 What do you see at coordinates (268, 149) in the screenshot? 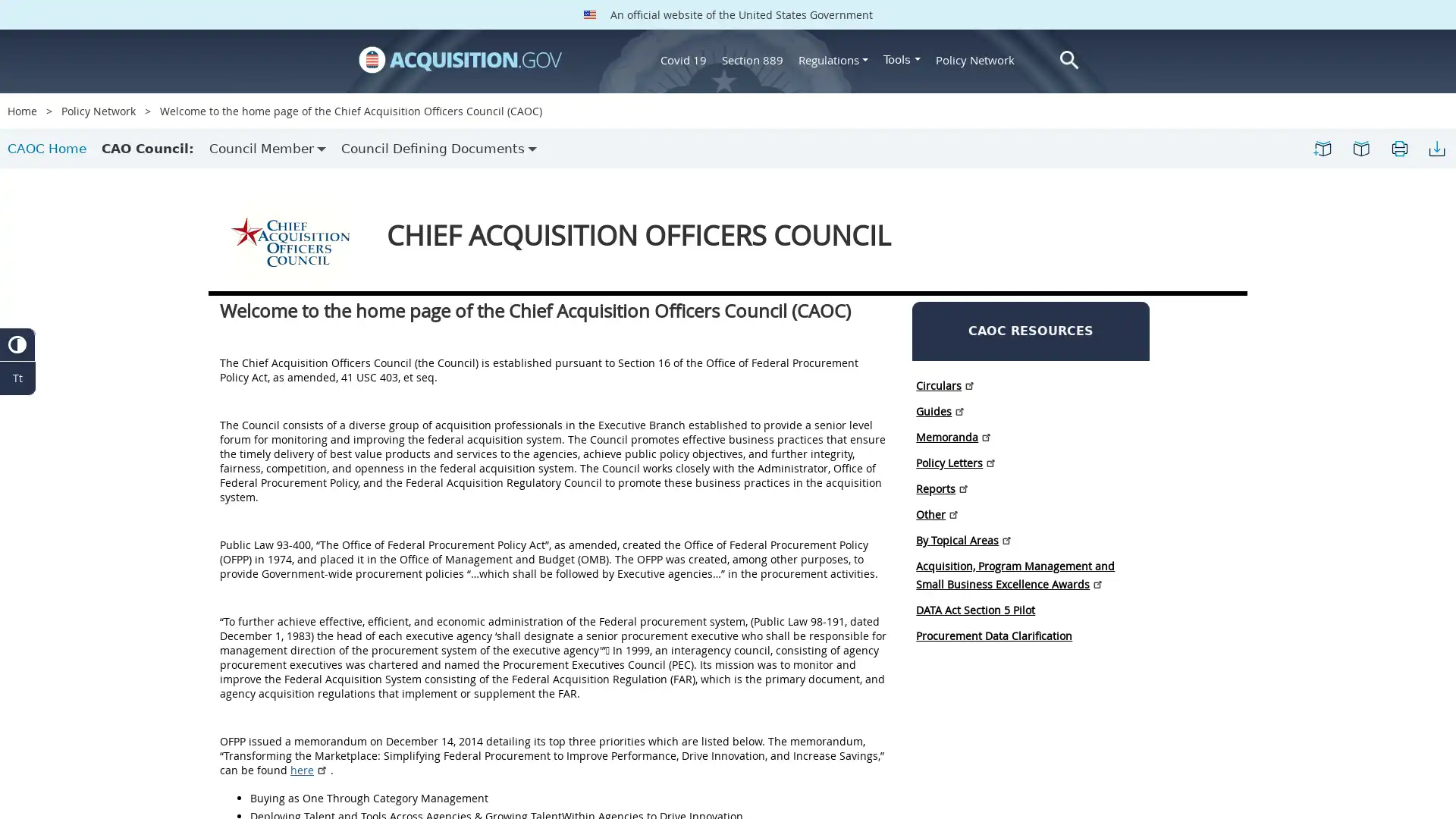
I see `Council Member cao_menu` at bounding box center [268, 149].